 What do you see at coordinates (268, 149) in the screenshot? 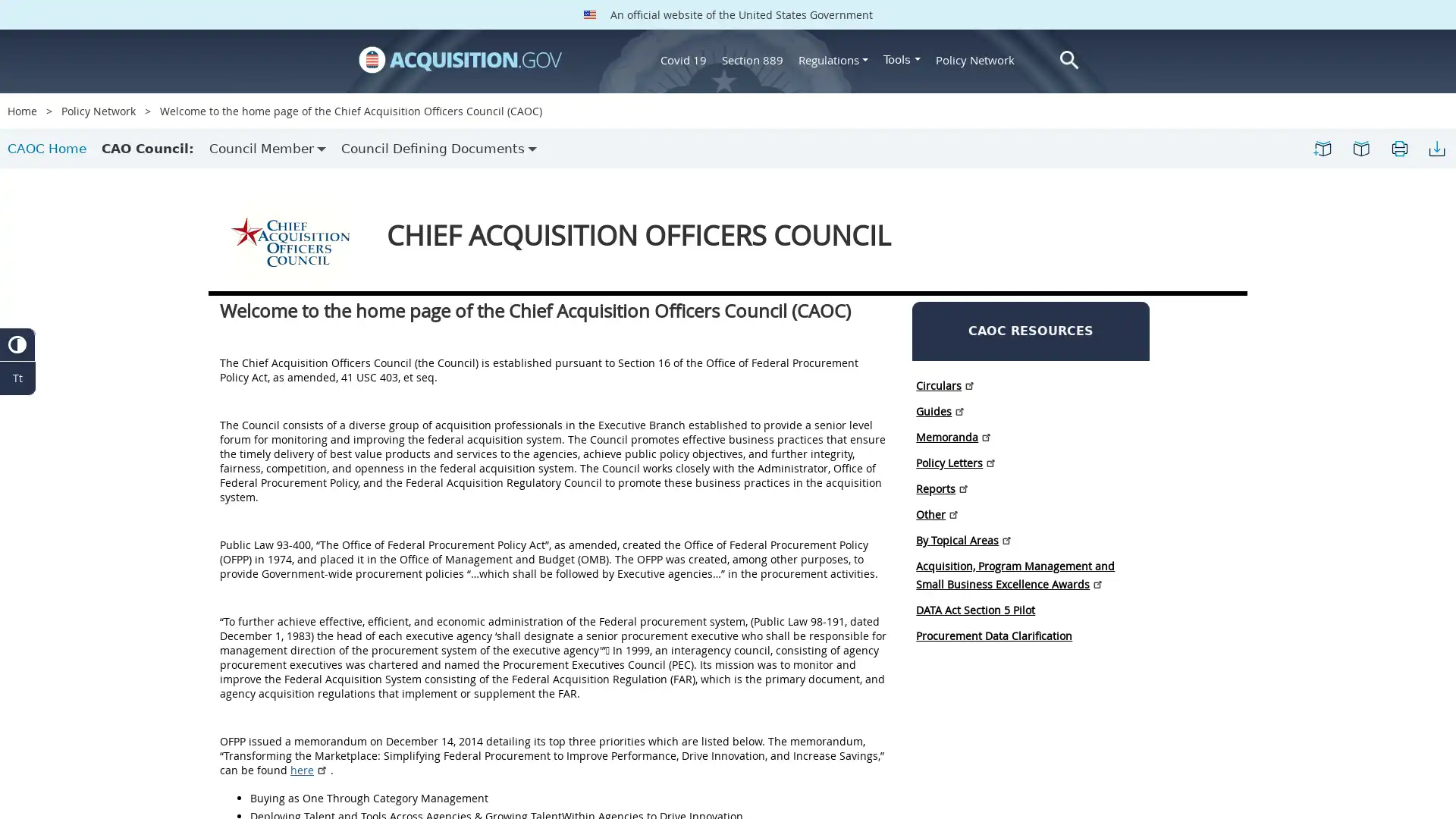
I see `Council Member cao_menu` at bounding box center [268, 149].